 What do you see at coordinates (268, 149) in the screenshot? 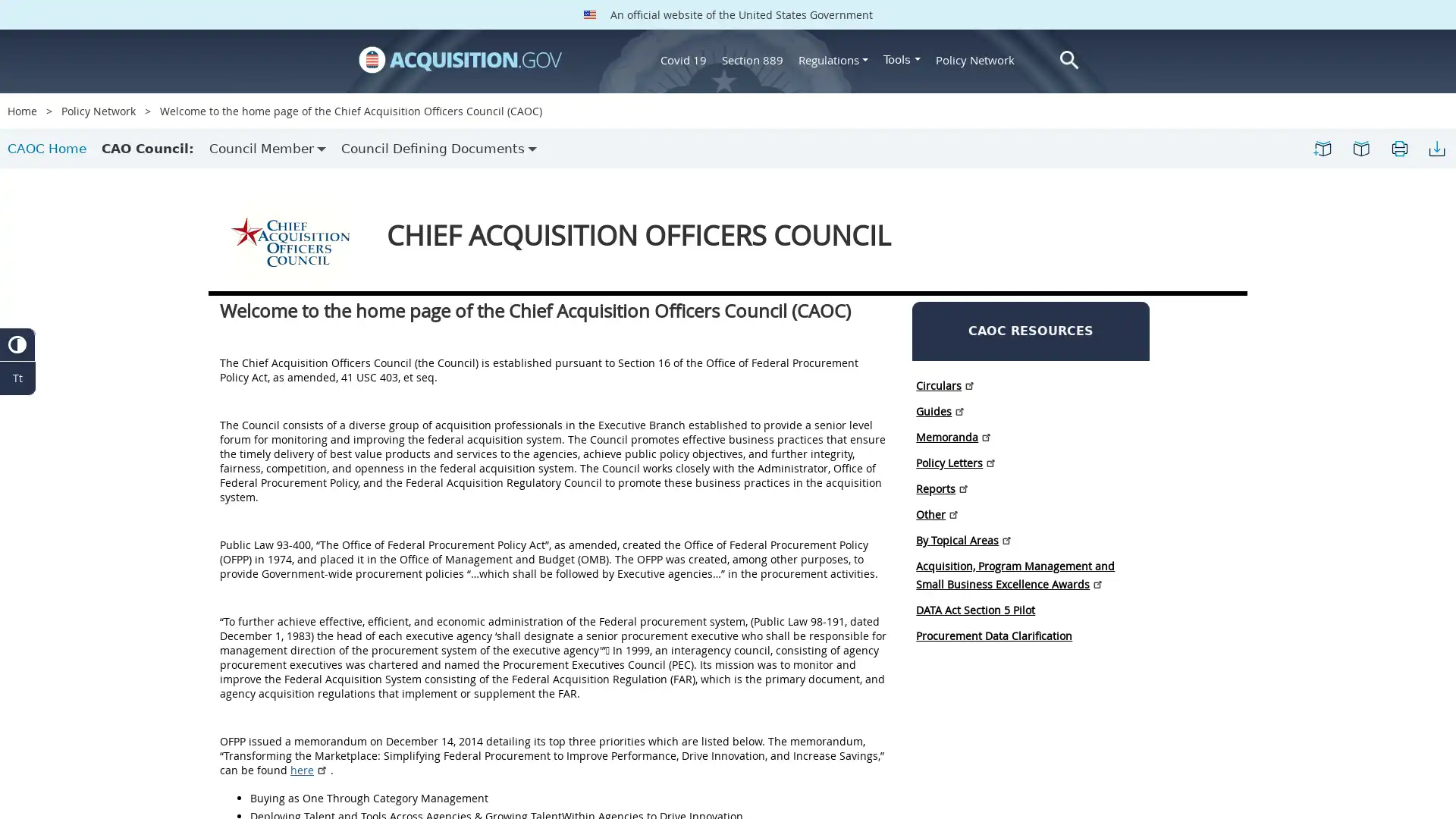
I see `Council Member cao_menu` at bounding box center [268, 149].